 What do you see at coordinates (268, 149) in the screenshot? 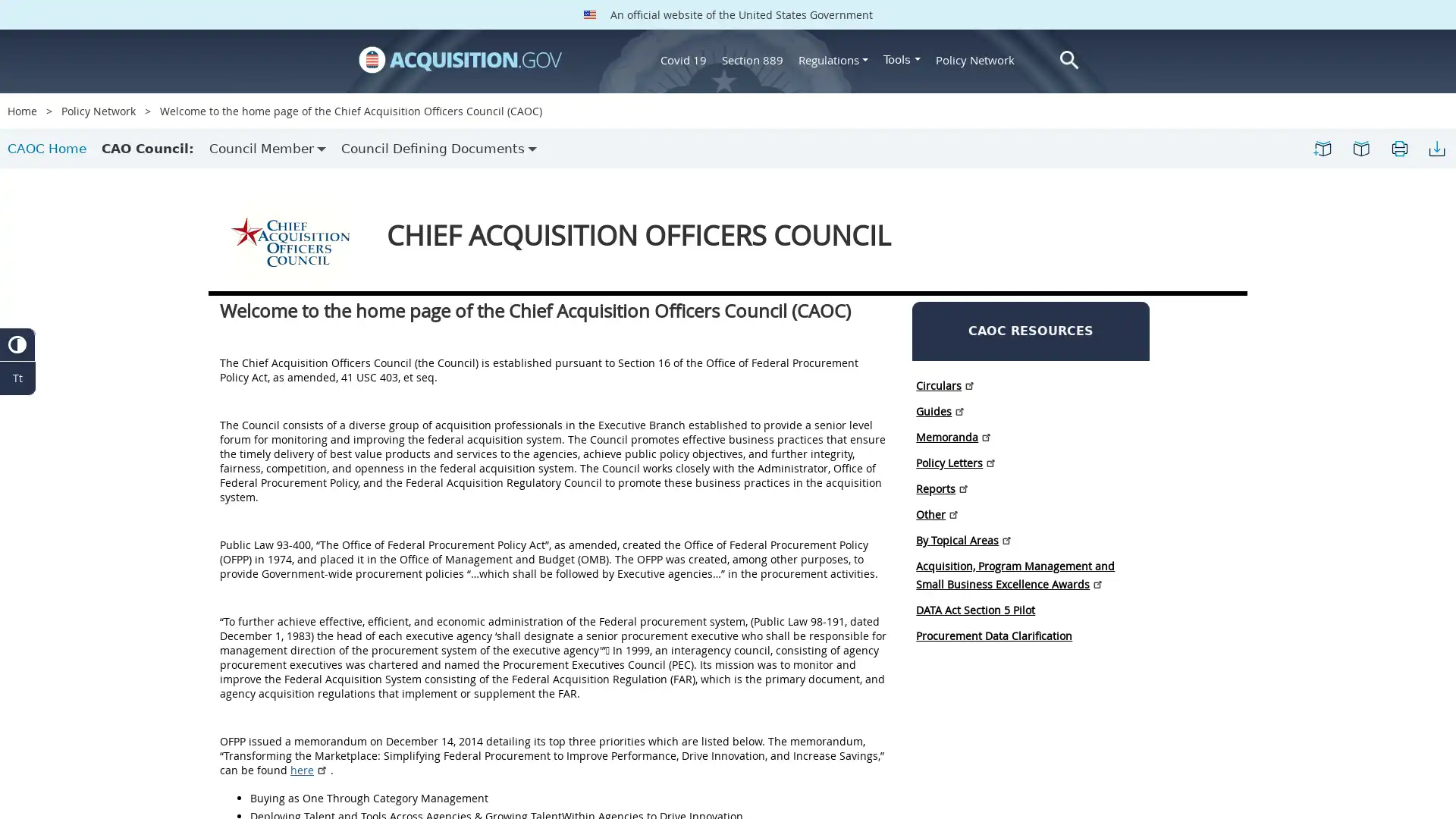
I see `Council Member cao_menu` at bounding box center [268, 149].